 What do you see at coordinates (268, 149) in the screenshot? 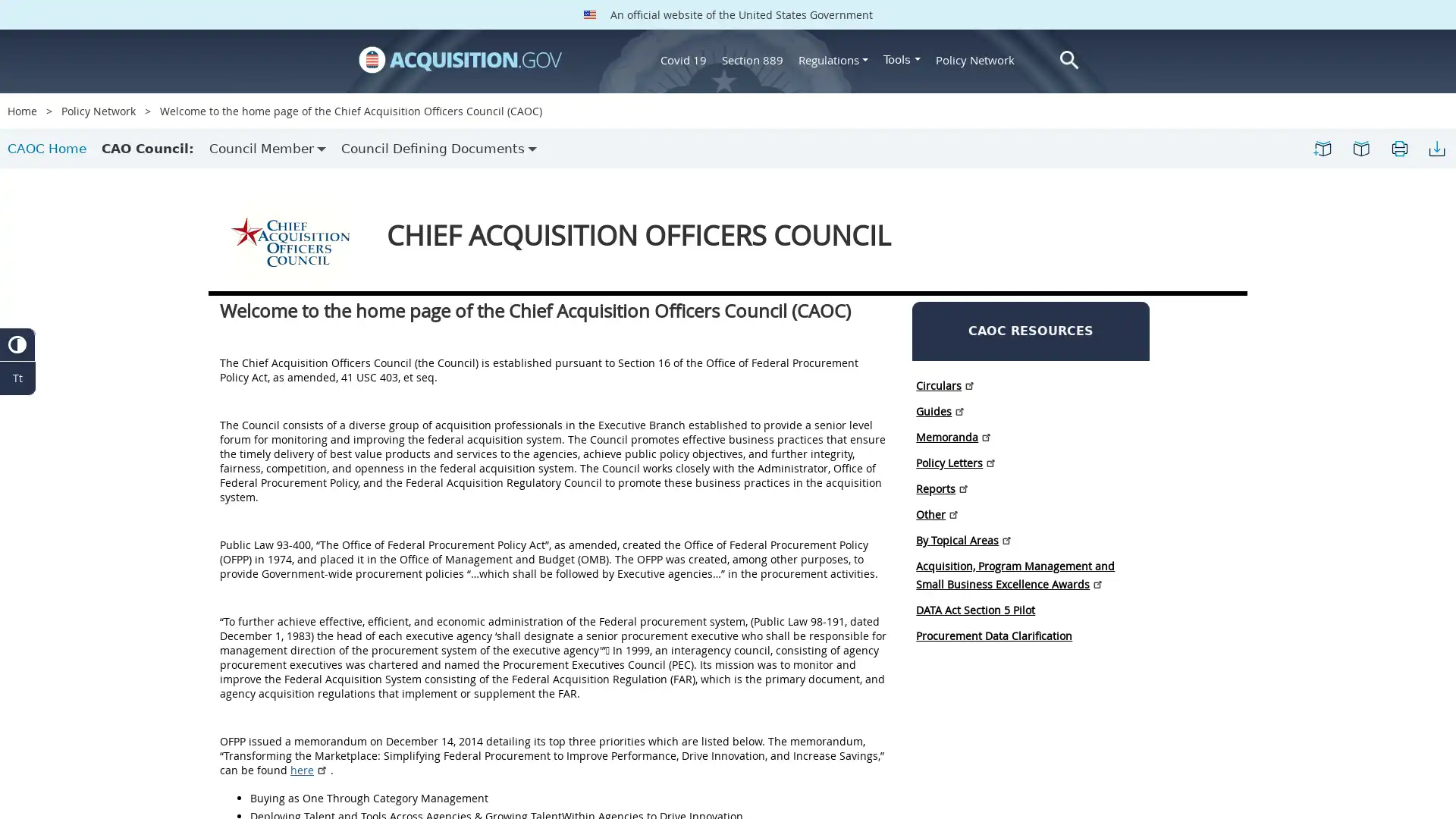
I see `Council Member cao_menu` at bounding box center [268, 149].